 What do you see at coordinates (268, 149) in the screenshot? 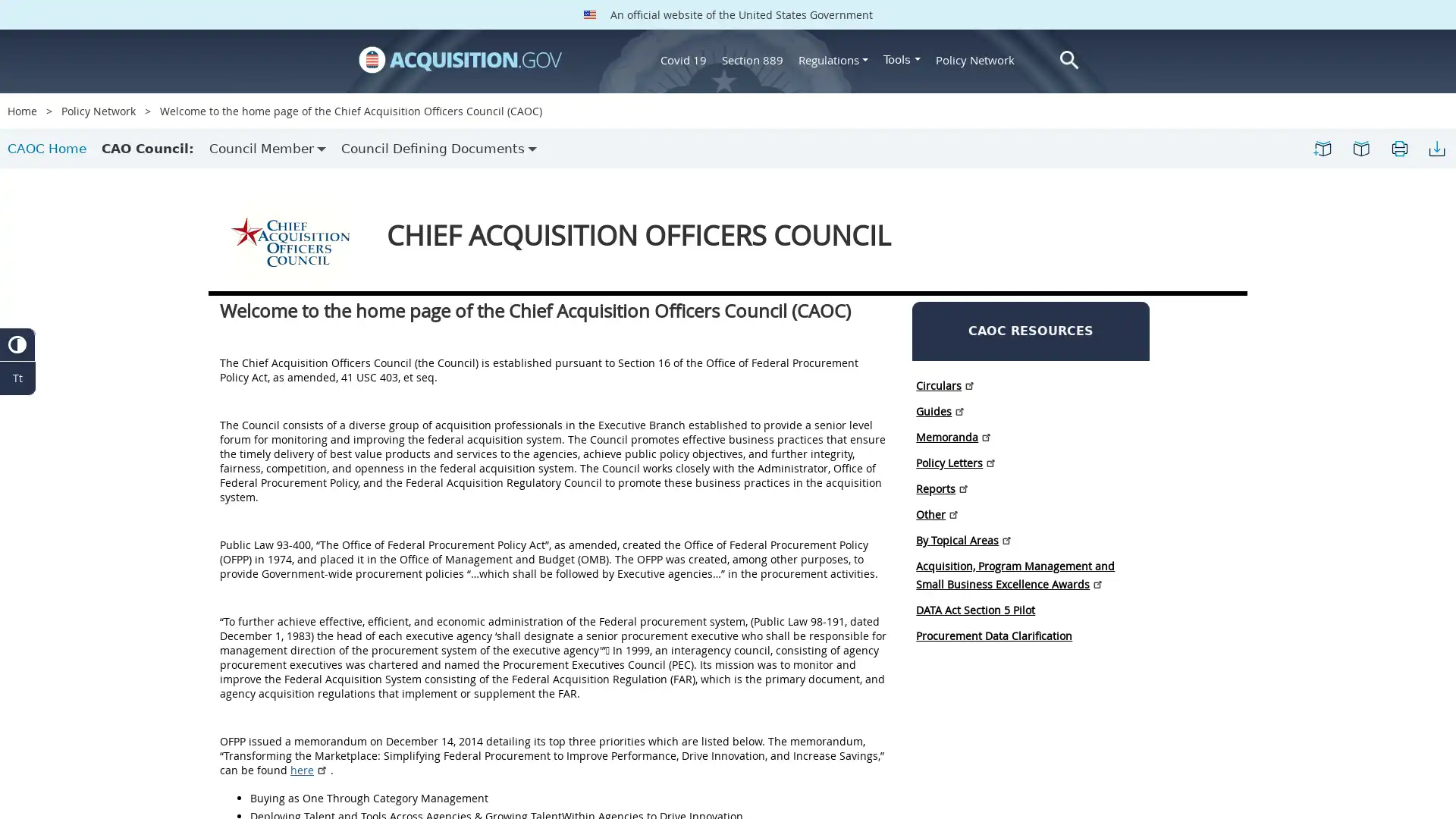
I see `Council Member cao_menu` at bounding box center [268, 149].